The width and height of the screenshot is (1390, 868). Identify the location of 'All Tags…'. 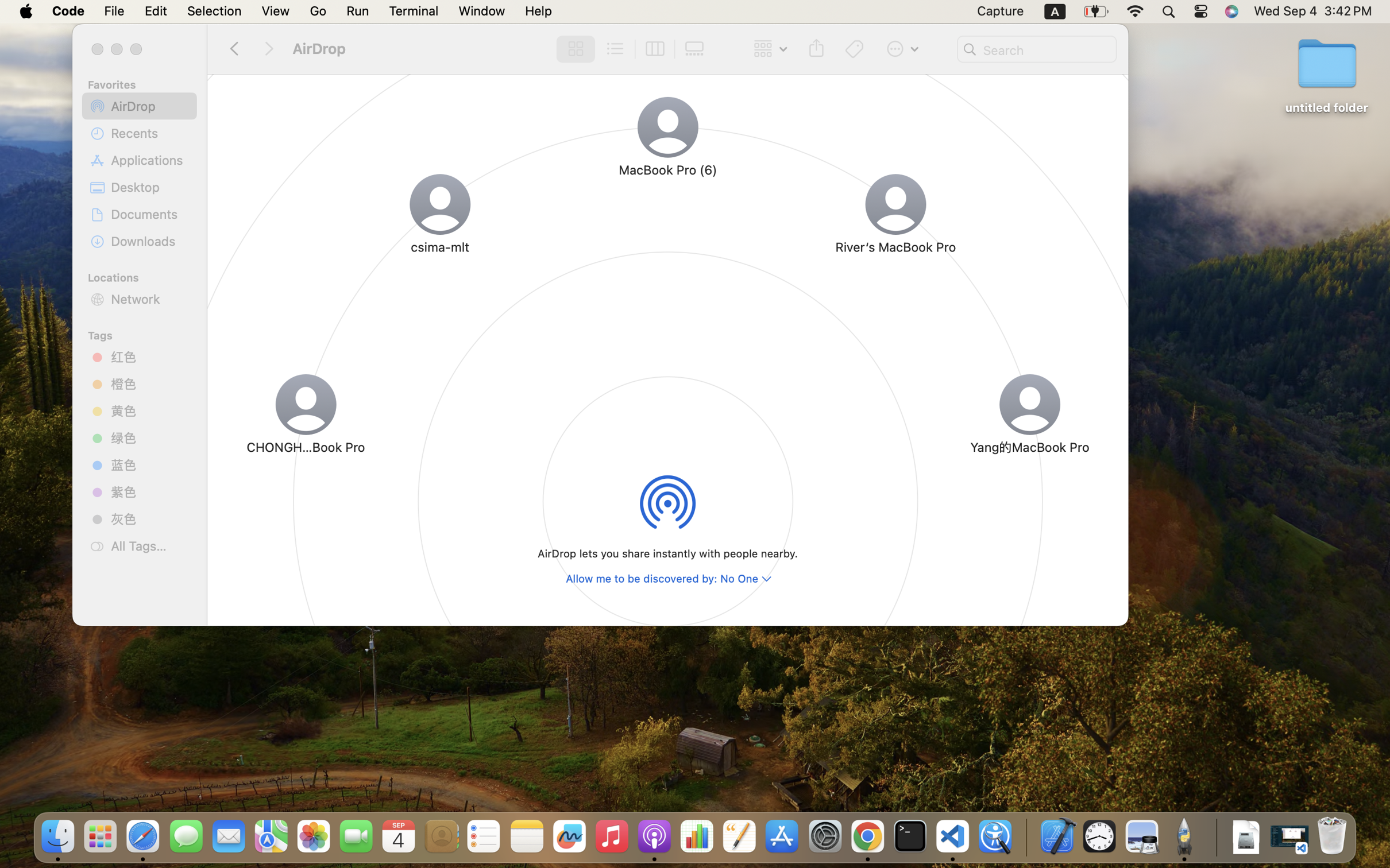
(149, 545).